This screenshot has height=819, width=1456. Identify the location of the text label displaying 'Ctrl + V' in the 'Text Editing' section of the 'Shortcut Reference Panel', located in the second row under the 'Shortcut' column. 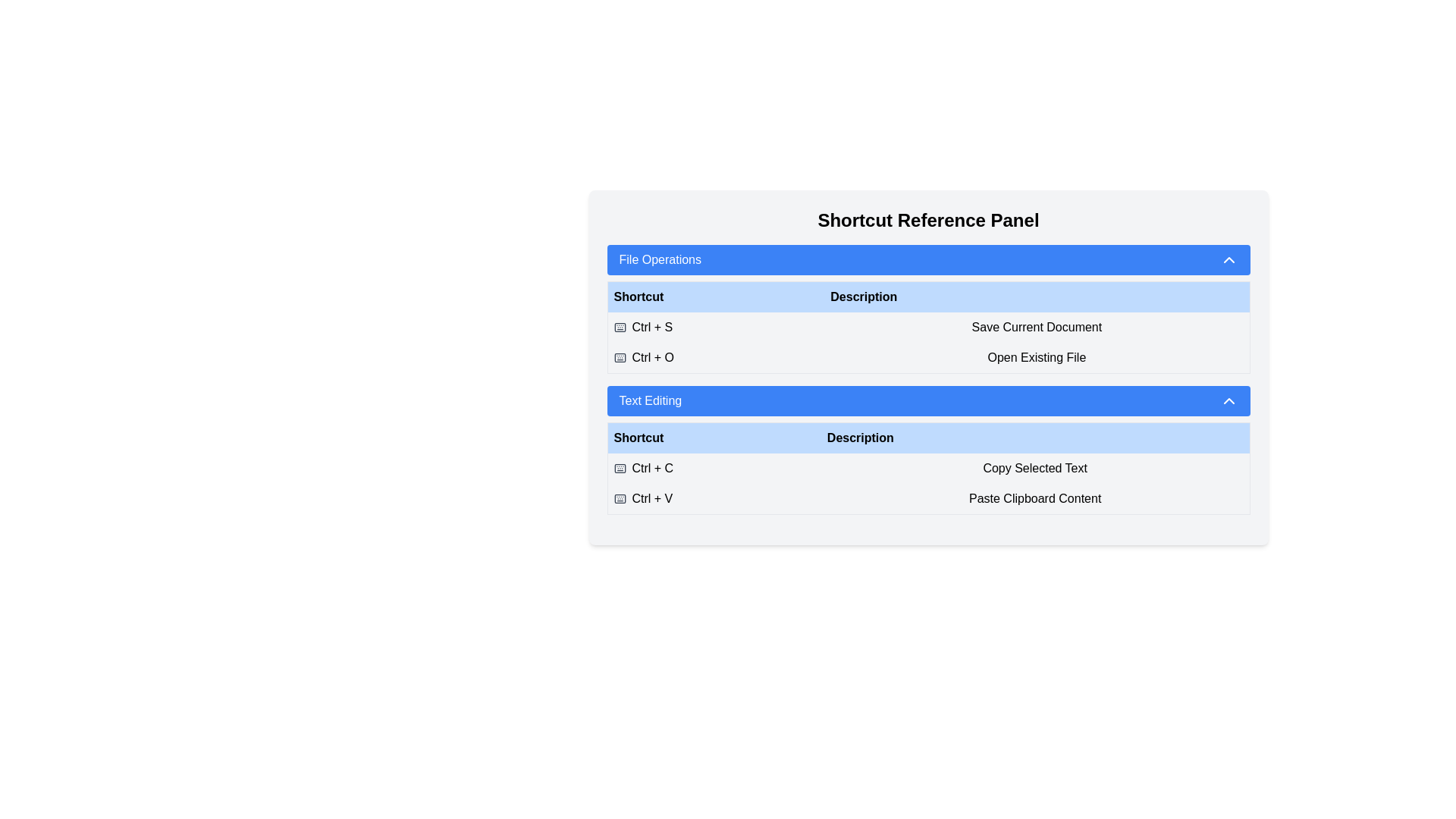
(652, 499).